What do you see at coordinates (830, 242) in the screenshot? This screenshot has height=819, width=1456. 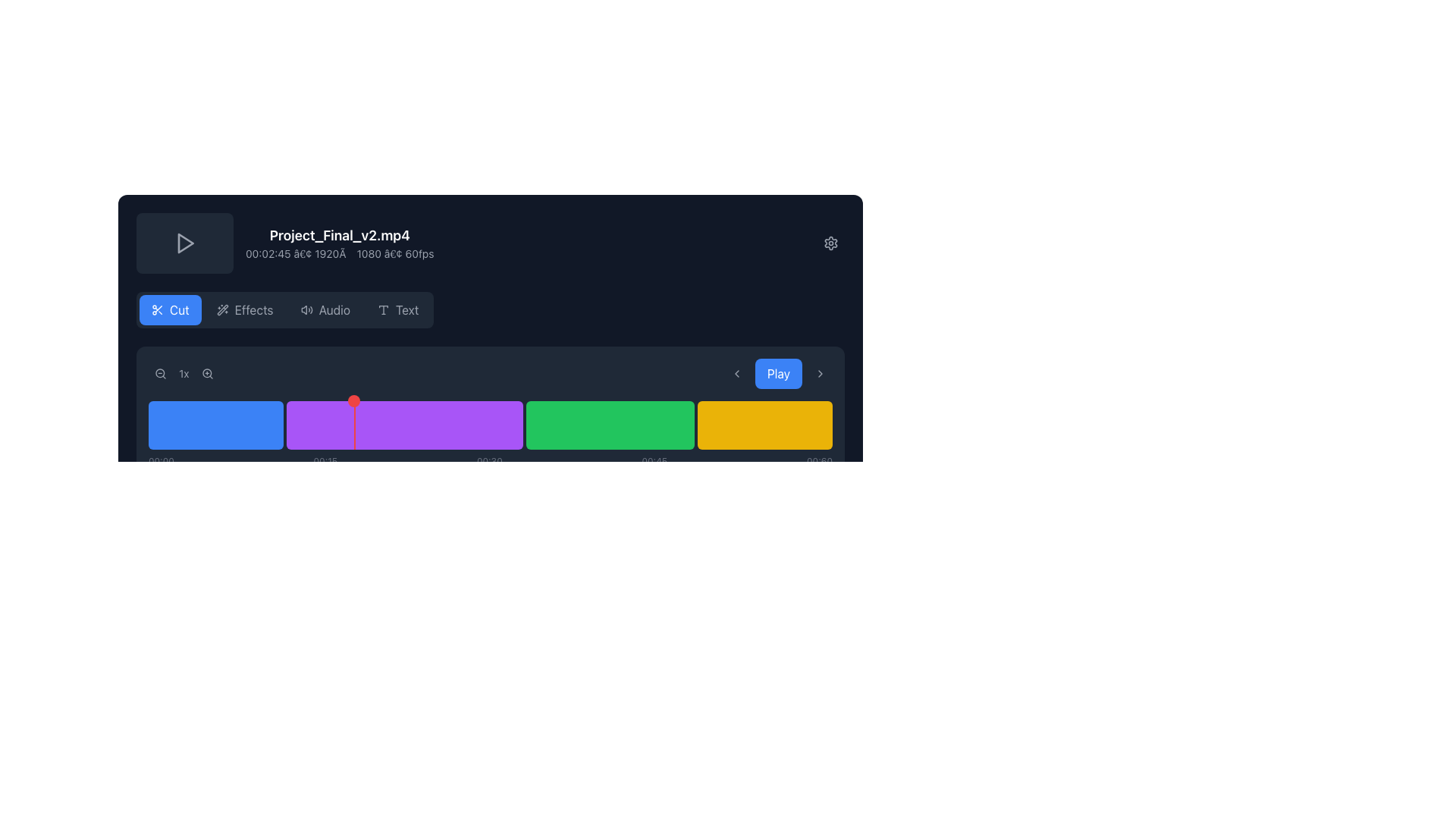 I see `the settings button icon, which resembles a gear and is located at the top-right corner of the file information section for 'Project_Final_v2.mp4'` at bounding box center [830, 242].